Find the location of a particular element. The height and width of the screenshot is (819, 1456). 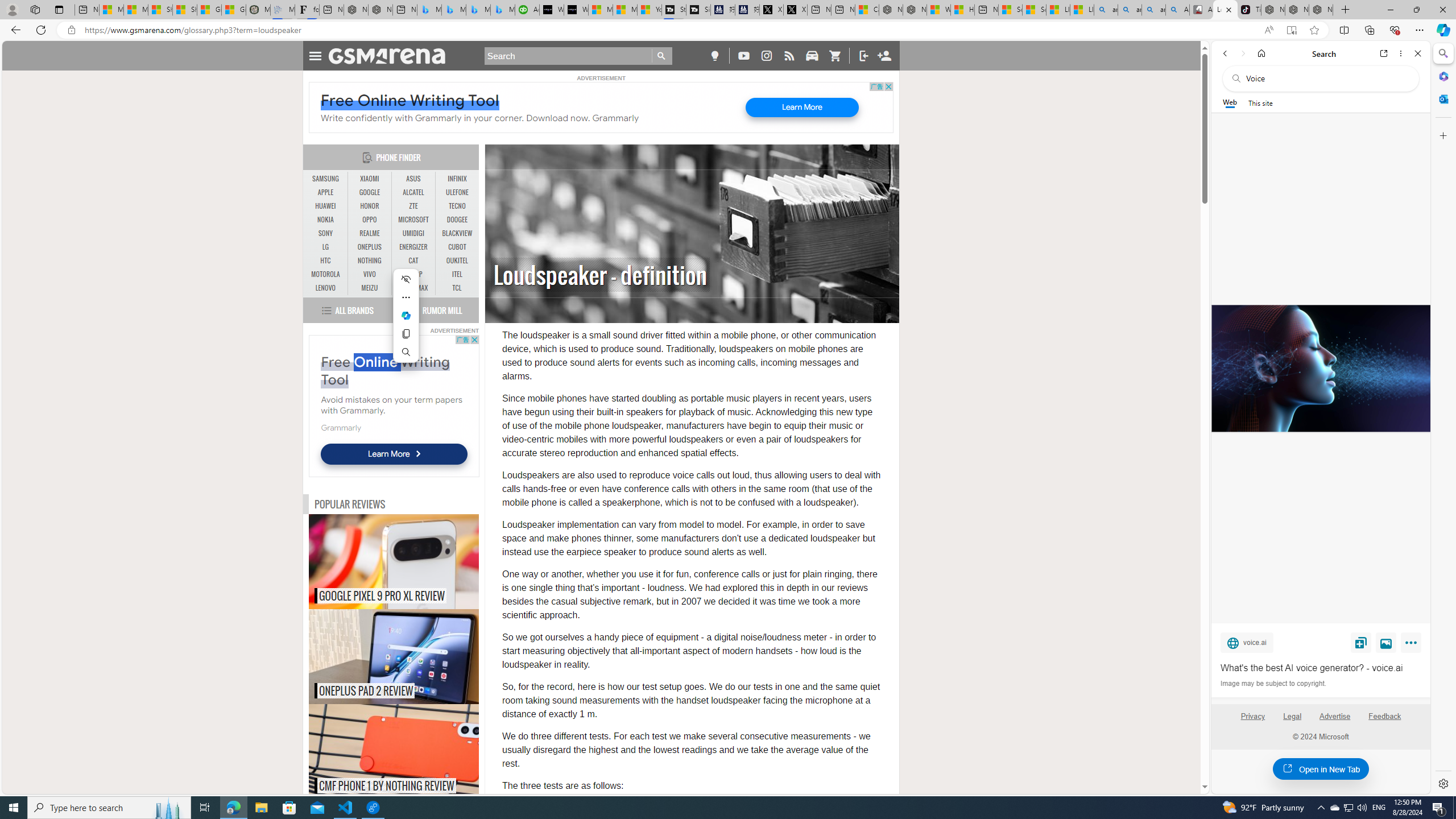

'Web scope' is located at coordinates (1230, 102).